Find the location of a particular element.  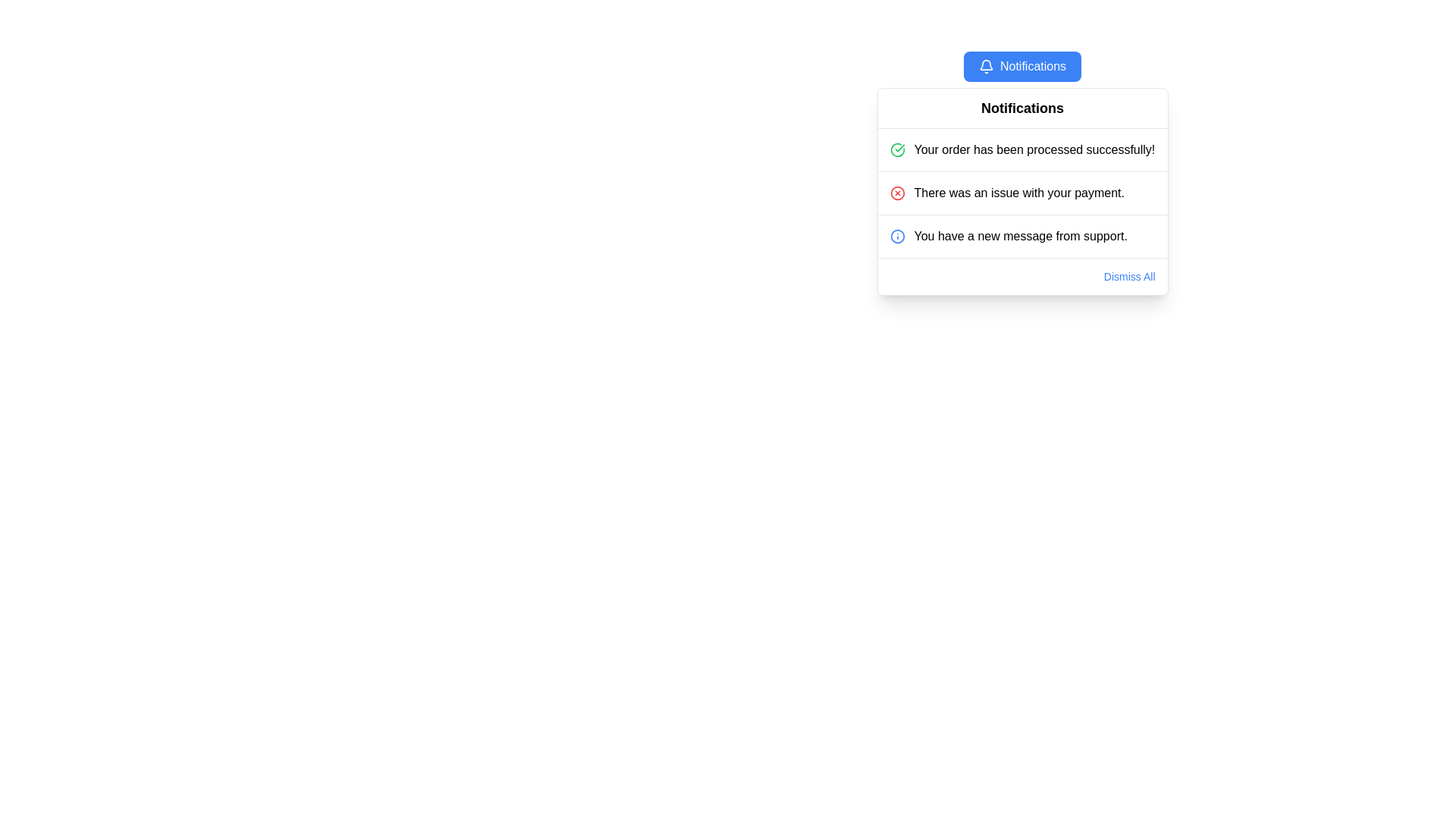

the circular vector graphic element within the SVG icon that is part of the last notification entry indicating 'You have a new message from support.' is located at coordinates (897, 237).